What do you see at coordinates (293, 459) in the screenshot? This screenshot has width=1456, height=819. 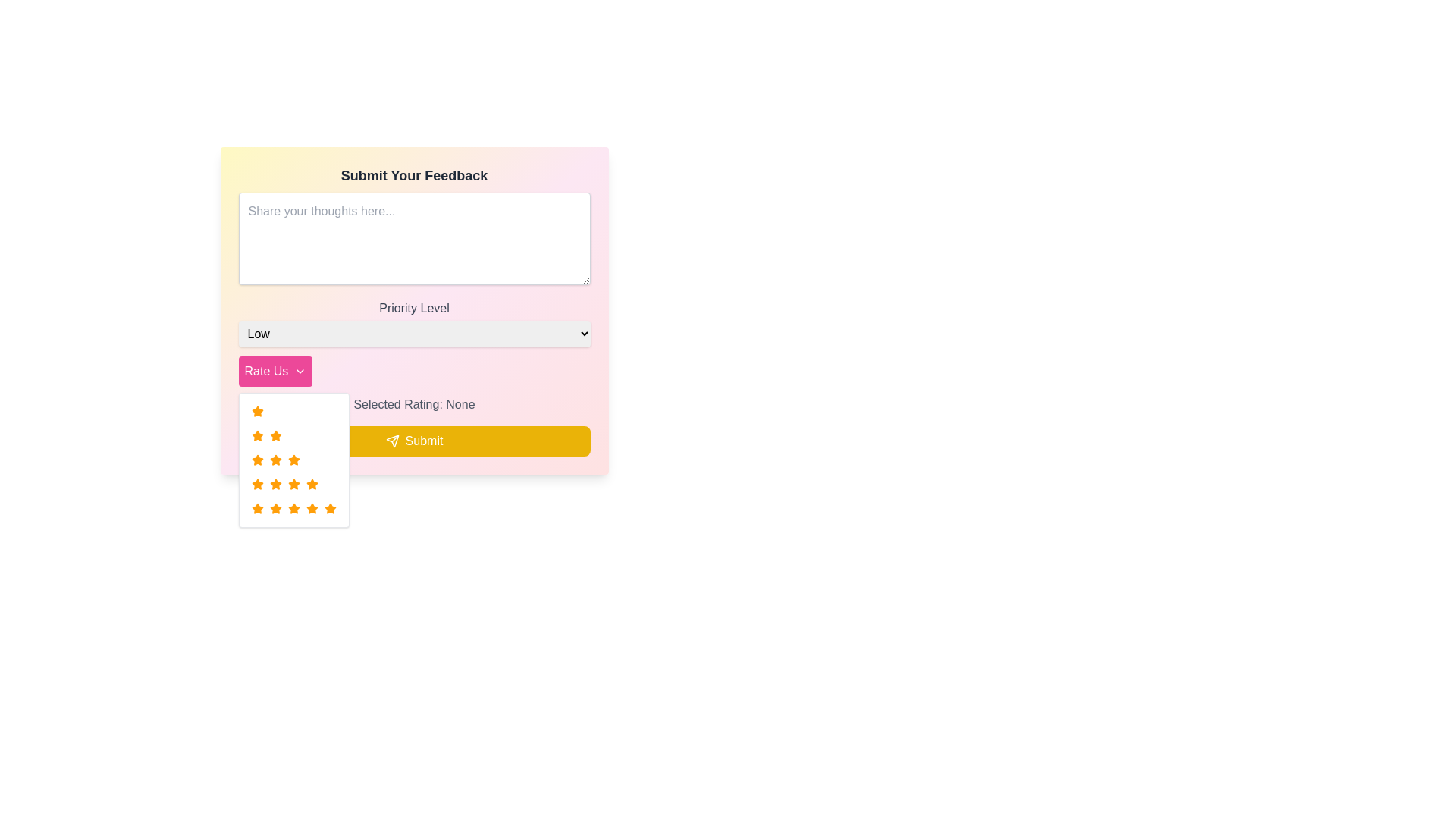 I see `the yellow, five-pointed star icon, which is the second icon` at bounding box center [293, 459].